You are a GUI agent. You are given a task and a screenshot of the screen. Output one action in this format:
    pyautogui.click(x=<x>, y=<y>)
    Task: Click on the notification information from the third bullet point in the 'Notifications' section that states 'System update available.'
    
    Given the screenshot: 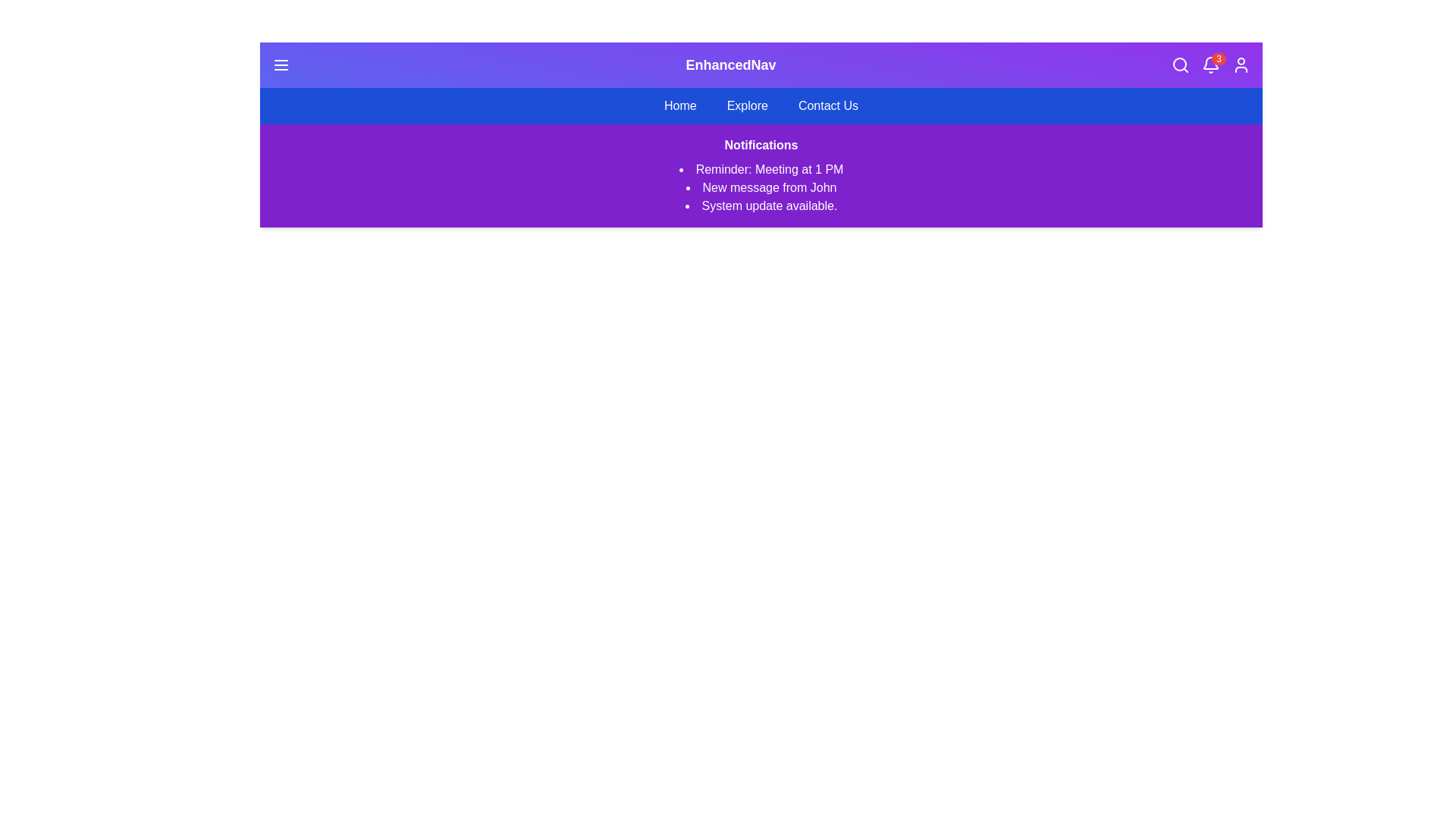 What is the action you would take?
    pyautogui.click(x=761, y=206)
    